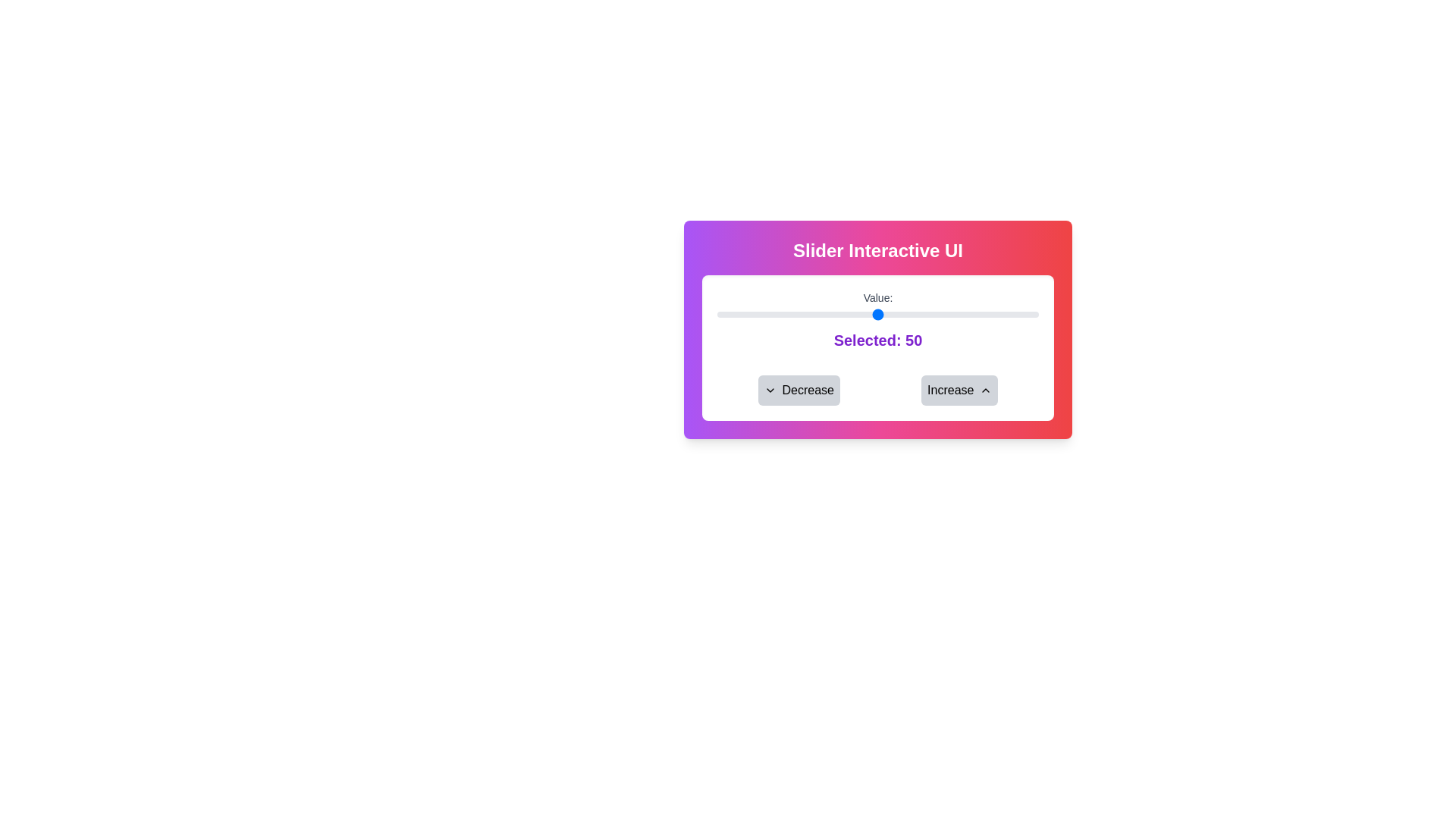 This screenshot has width=1456, height=819. Describe the element at coordinates (948, 314) in the screenshot. I see `slider value` at that location.